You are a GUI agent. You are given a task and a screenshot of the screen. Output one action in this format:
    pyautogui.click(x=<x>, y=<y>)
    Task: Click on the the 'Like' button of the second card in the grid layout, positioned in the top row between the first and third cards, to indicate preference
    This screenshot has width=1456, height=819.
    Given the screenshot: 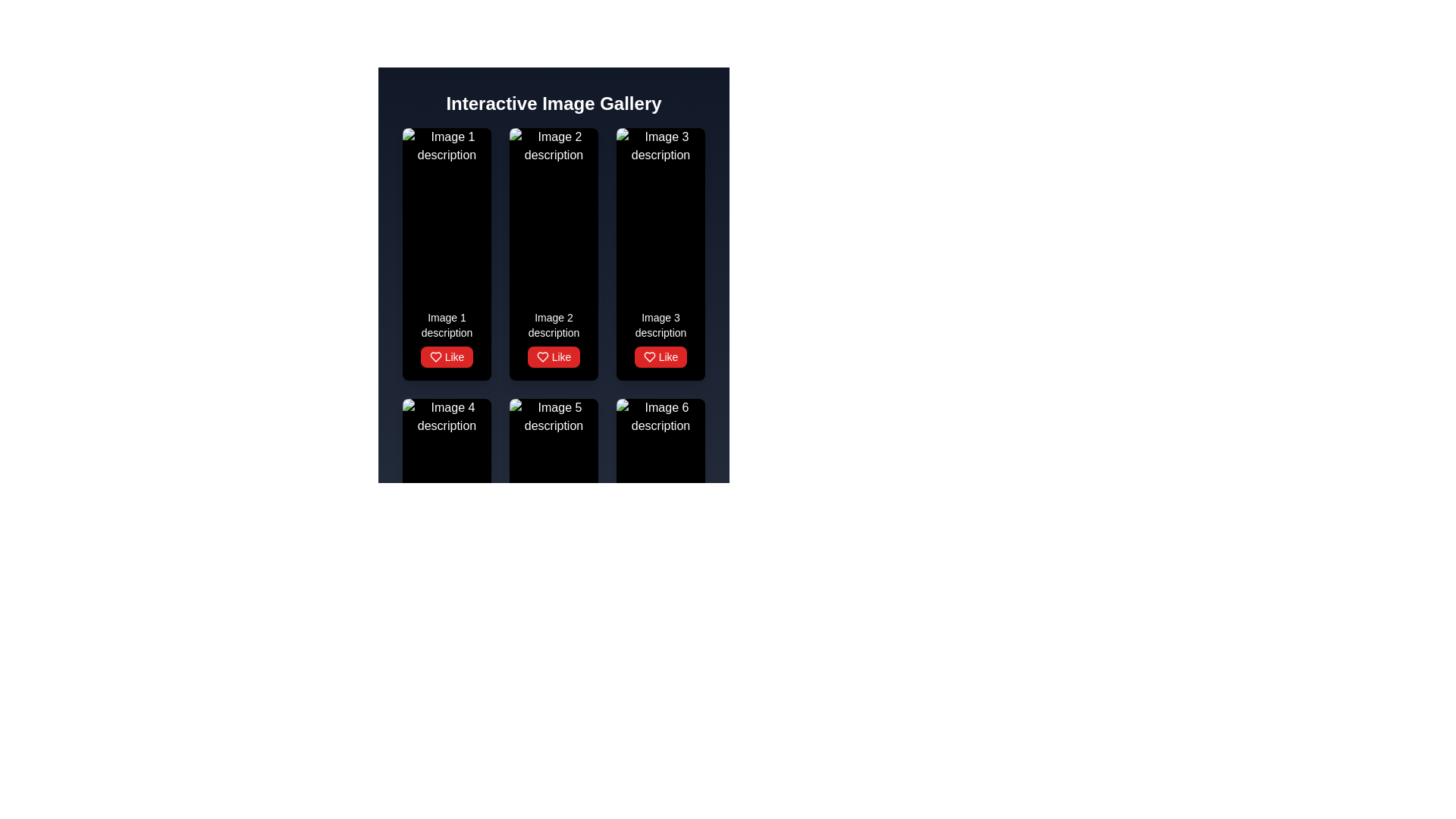 What is the action you would take?
    pyautogui.click(x=553, y=253)
    